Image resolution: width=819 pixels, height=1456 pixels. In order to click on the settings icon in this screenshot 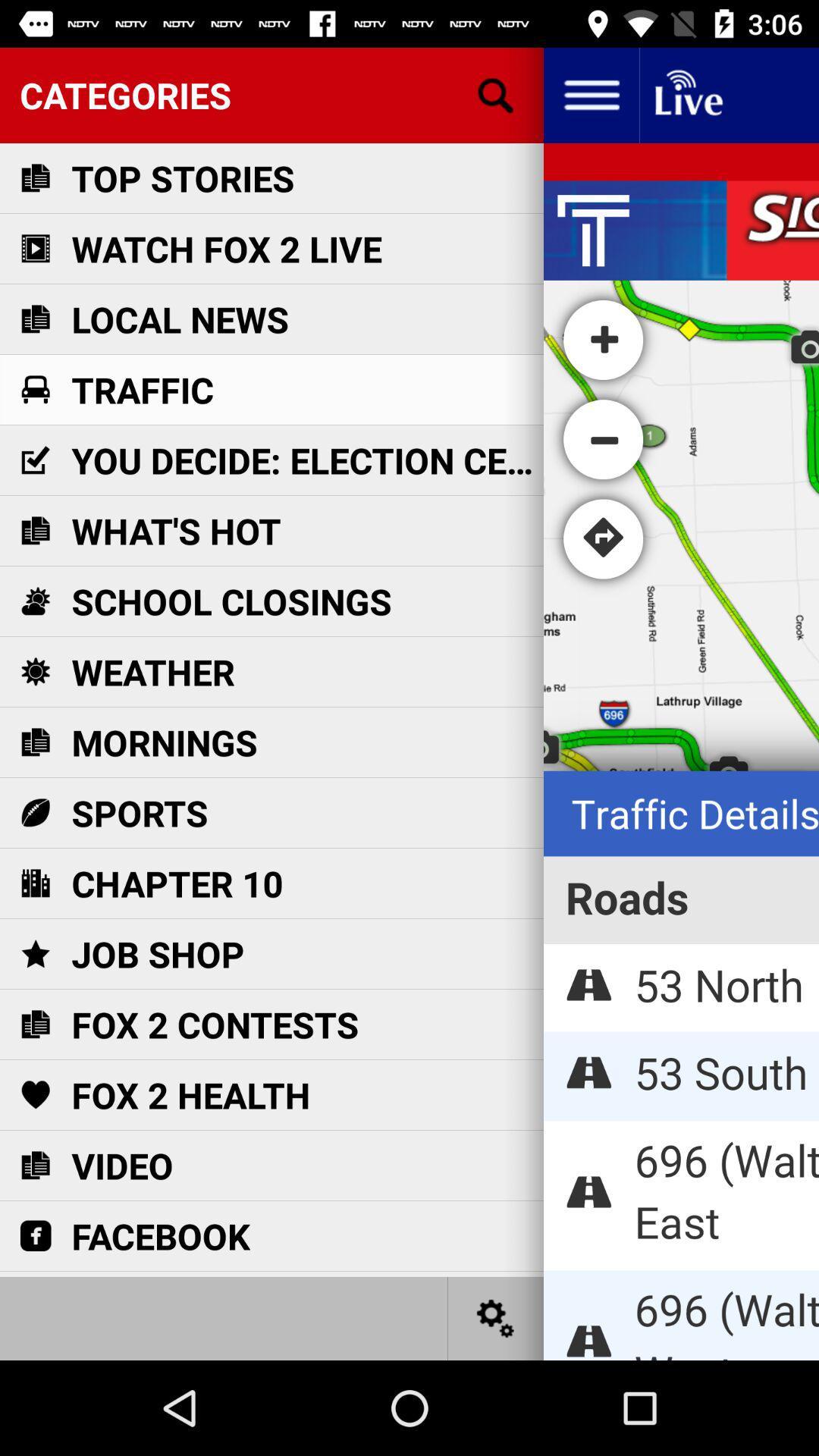, I will do `click(496, 1317)`.